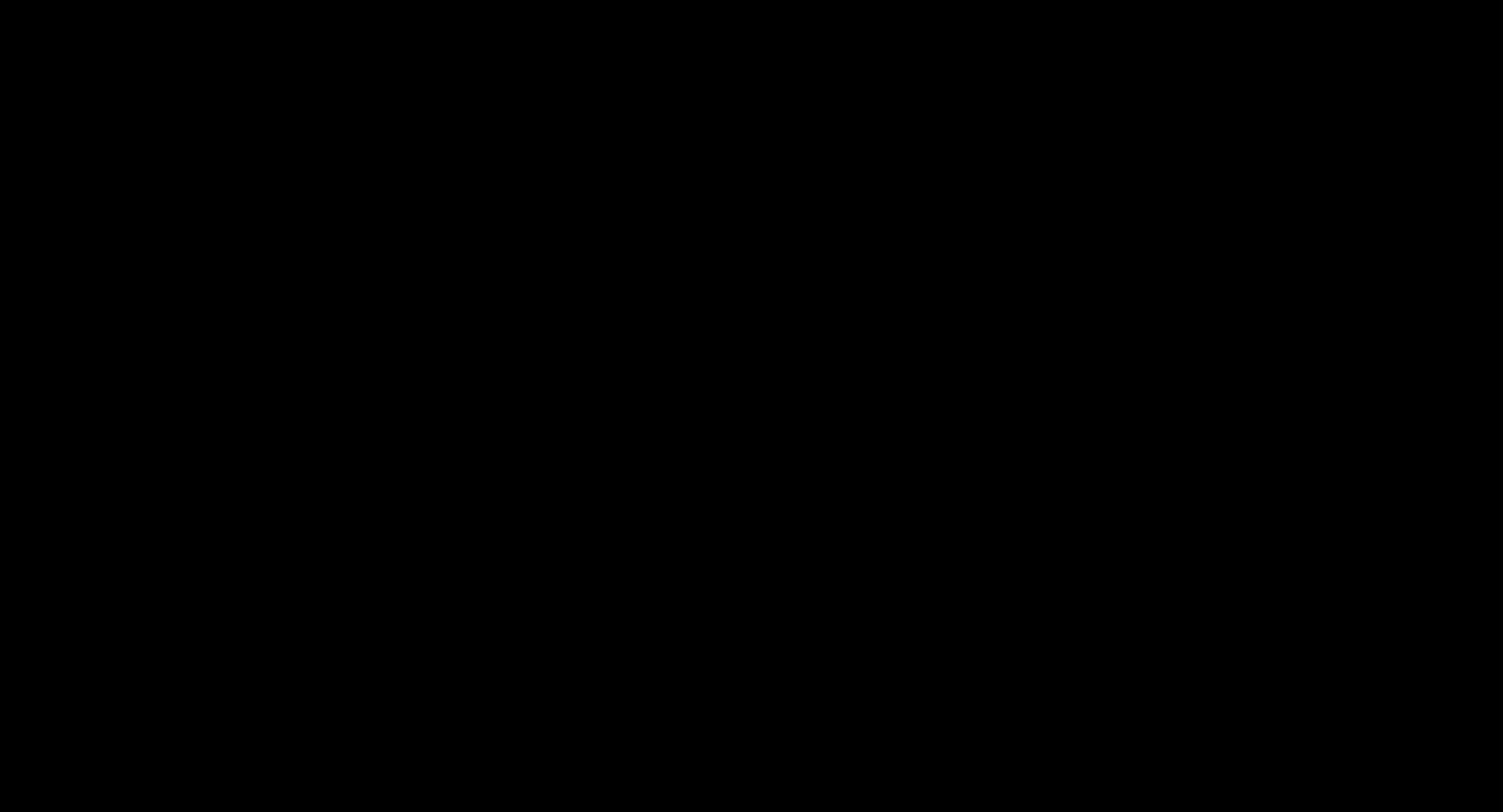 The height and width of the screenshot is (812, 1503). I want to click on '. Hee hee hee!', so click(758, 771).